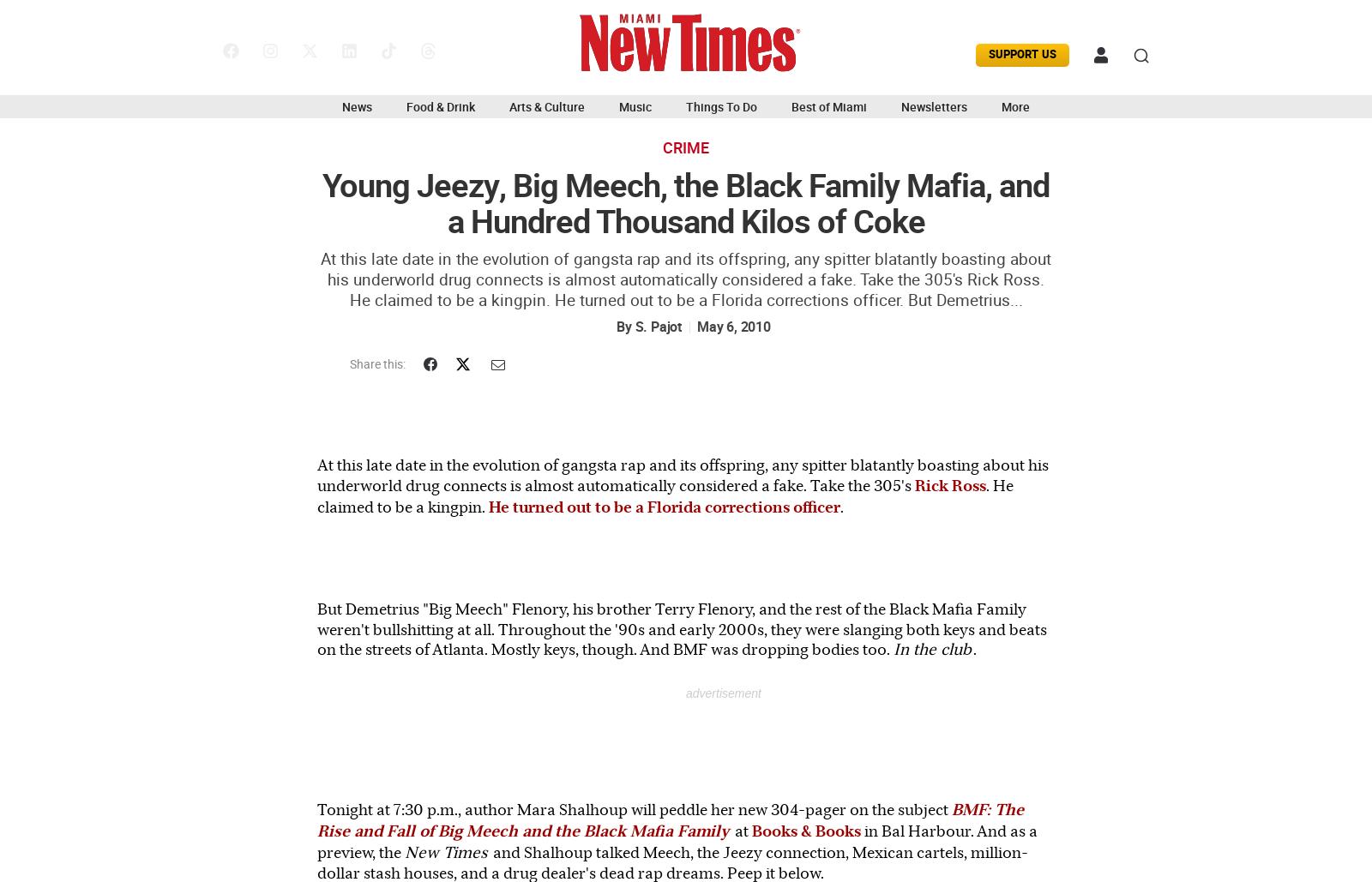  I want to click on 'Food & Drink', so click(440, 106).